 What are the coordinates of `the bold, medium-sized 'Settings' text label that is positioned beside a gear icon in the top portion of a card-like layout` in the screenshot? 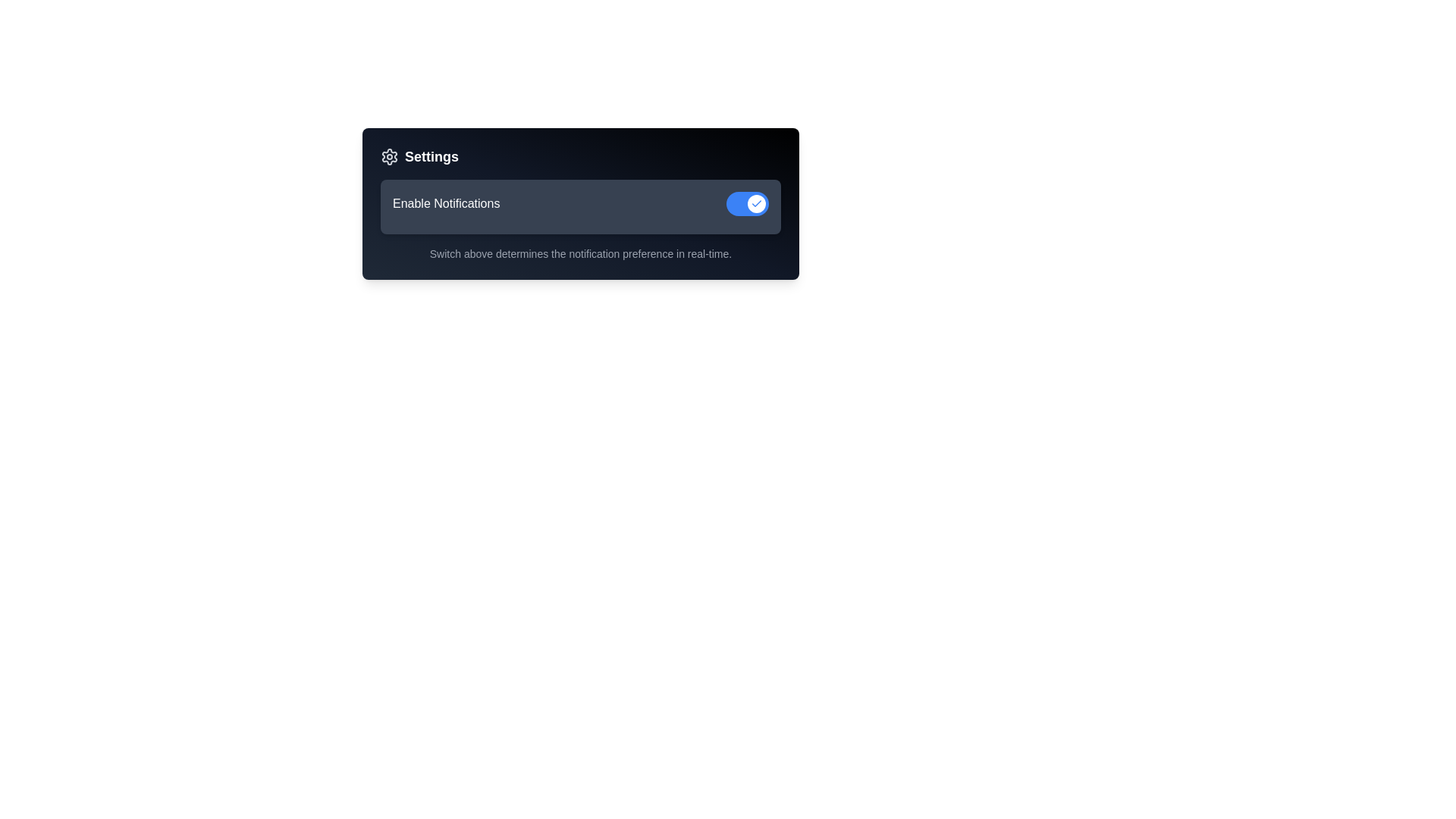 It's located at (431, 157).